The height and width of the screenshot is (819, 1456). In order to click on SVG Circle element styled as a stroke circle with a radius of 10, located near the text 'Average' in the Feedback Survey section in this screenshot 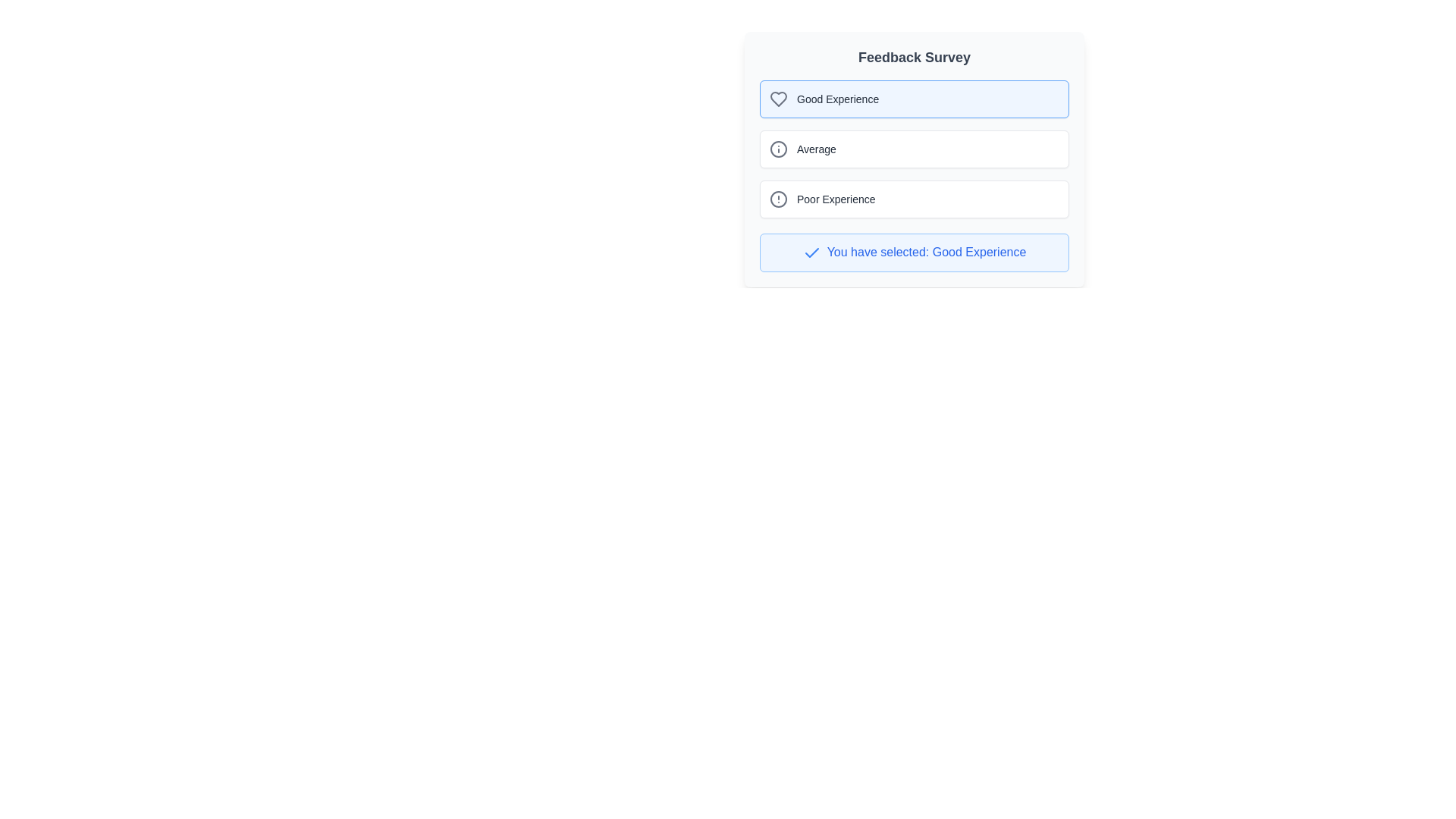, I will do `click(779, 149)`.